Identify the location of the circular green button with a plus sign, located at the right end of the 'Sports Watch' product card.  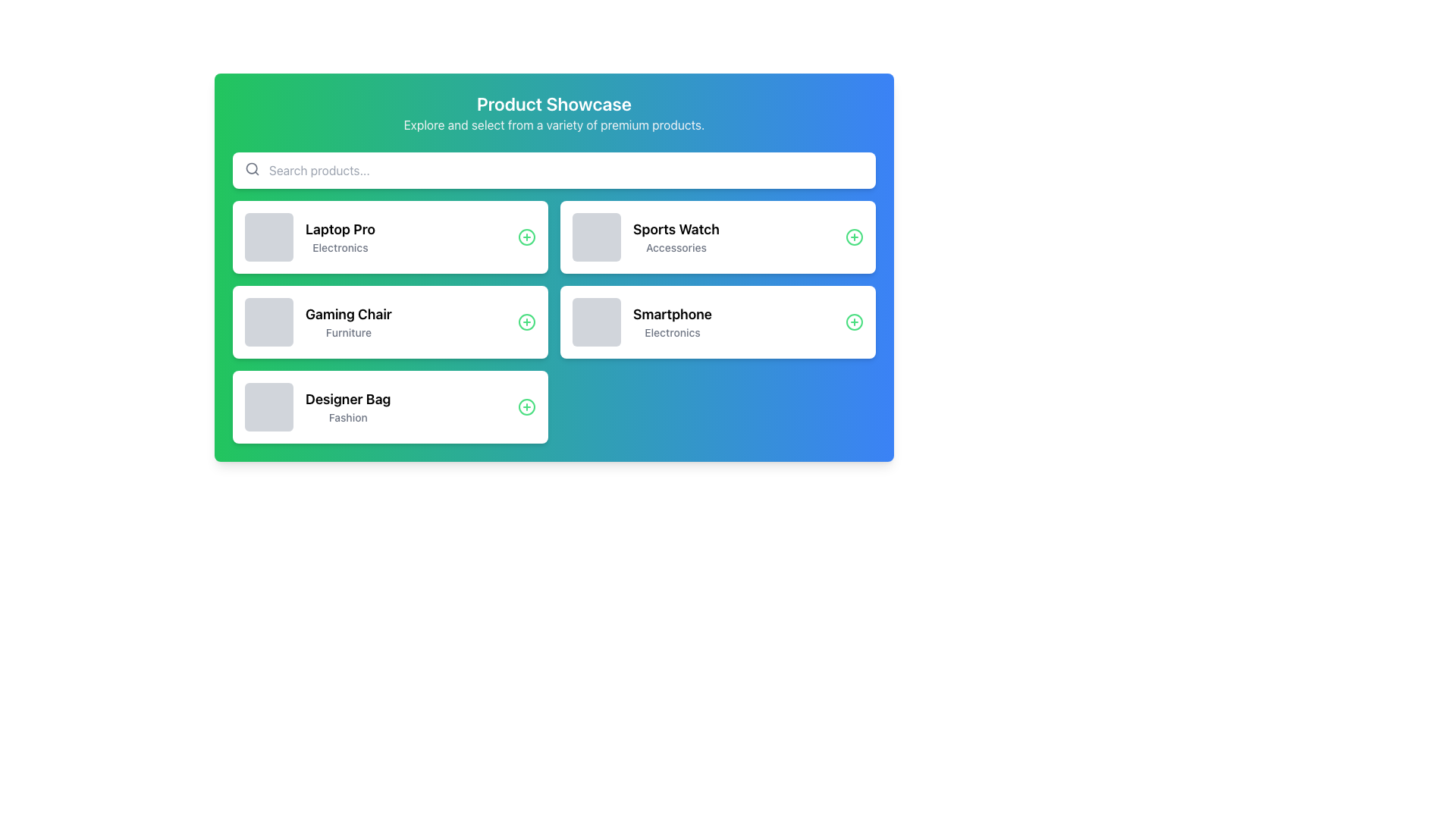
(855, 237).